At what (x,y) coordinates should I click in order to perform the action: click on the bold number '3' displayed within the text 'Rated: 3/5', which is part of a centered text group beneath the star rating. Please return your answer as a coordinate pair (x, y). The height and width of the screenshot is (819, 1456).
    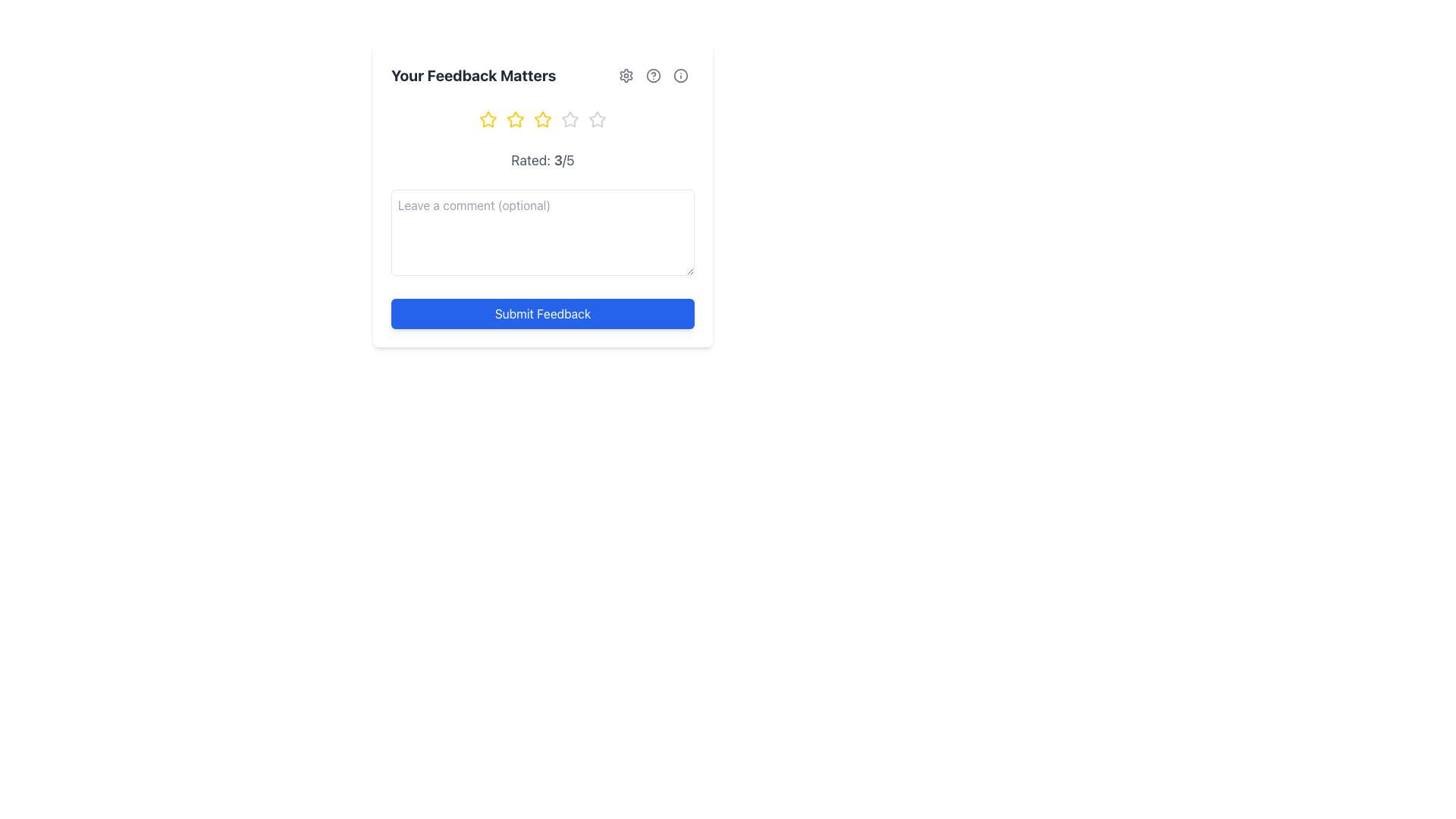
    Looking at the image, I should click on (557, 160).